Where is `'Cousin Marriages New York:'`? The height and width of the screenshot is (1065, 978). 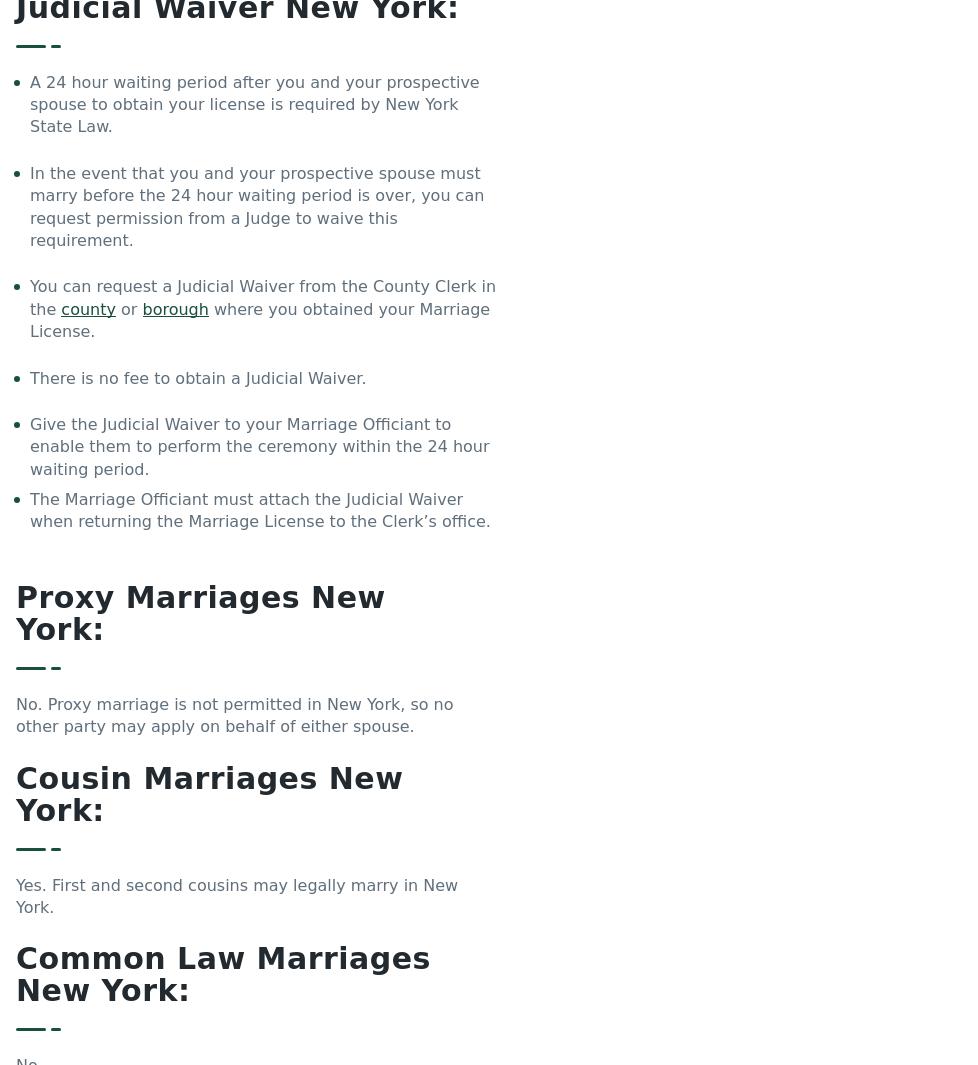 'Cousin Marriages New York:' is located at coordinates (209, 793).